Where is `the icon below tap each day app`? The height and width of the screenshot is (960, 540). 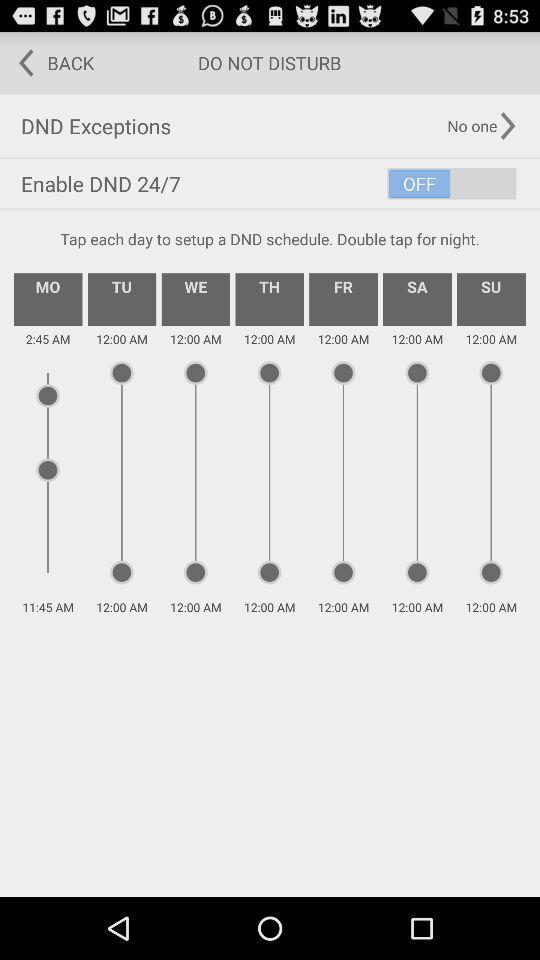 the icon below tap each day app is located at coordinates (122, 298).